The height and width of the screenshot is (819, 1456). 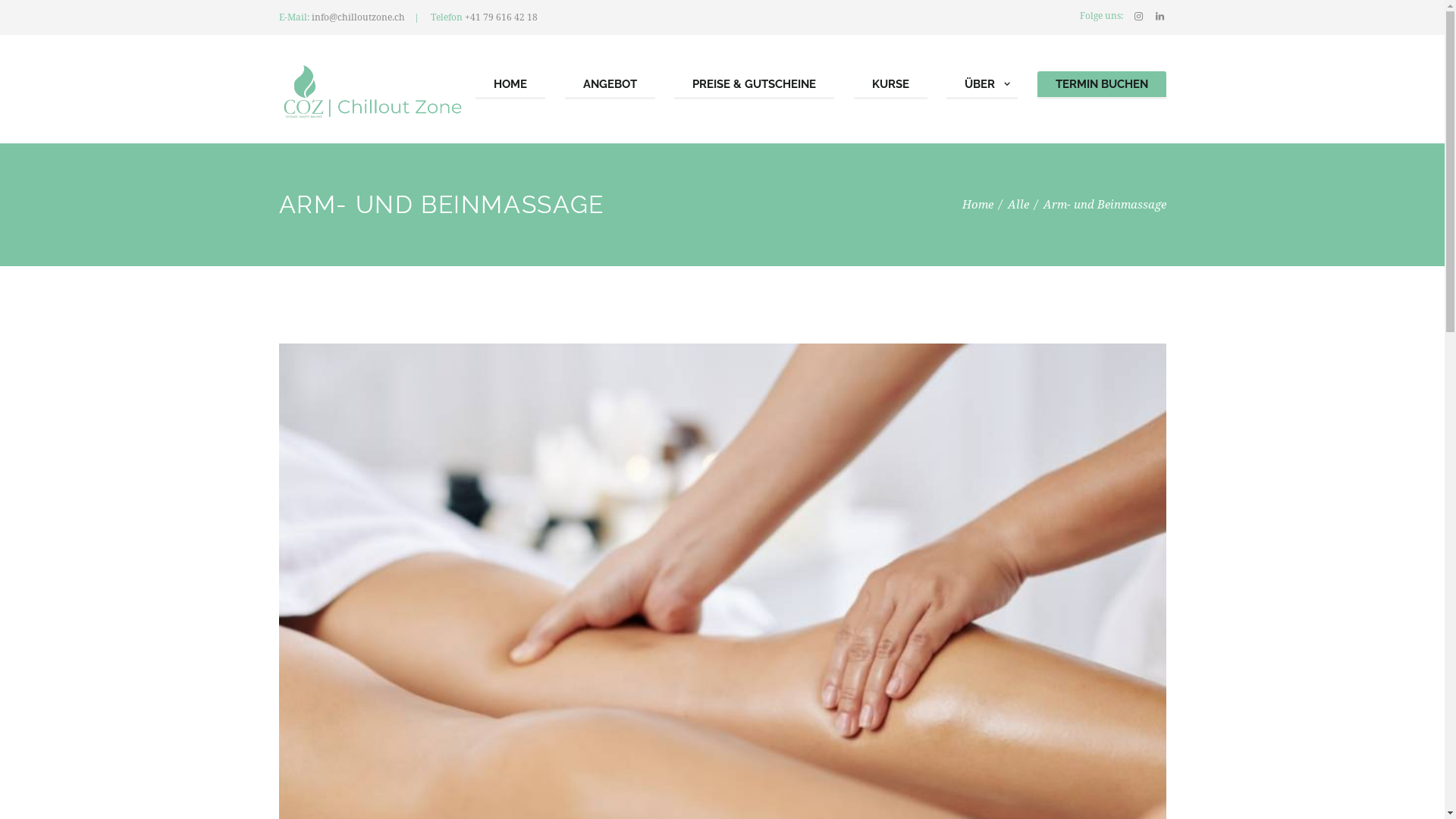 I want to click on 'Home', so click(x=977, y=205).